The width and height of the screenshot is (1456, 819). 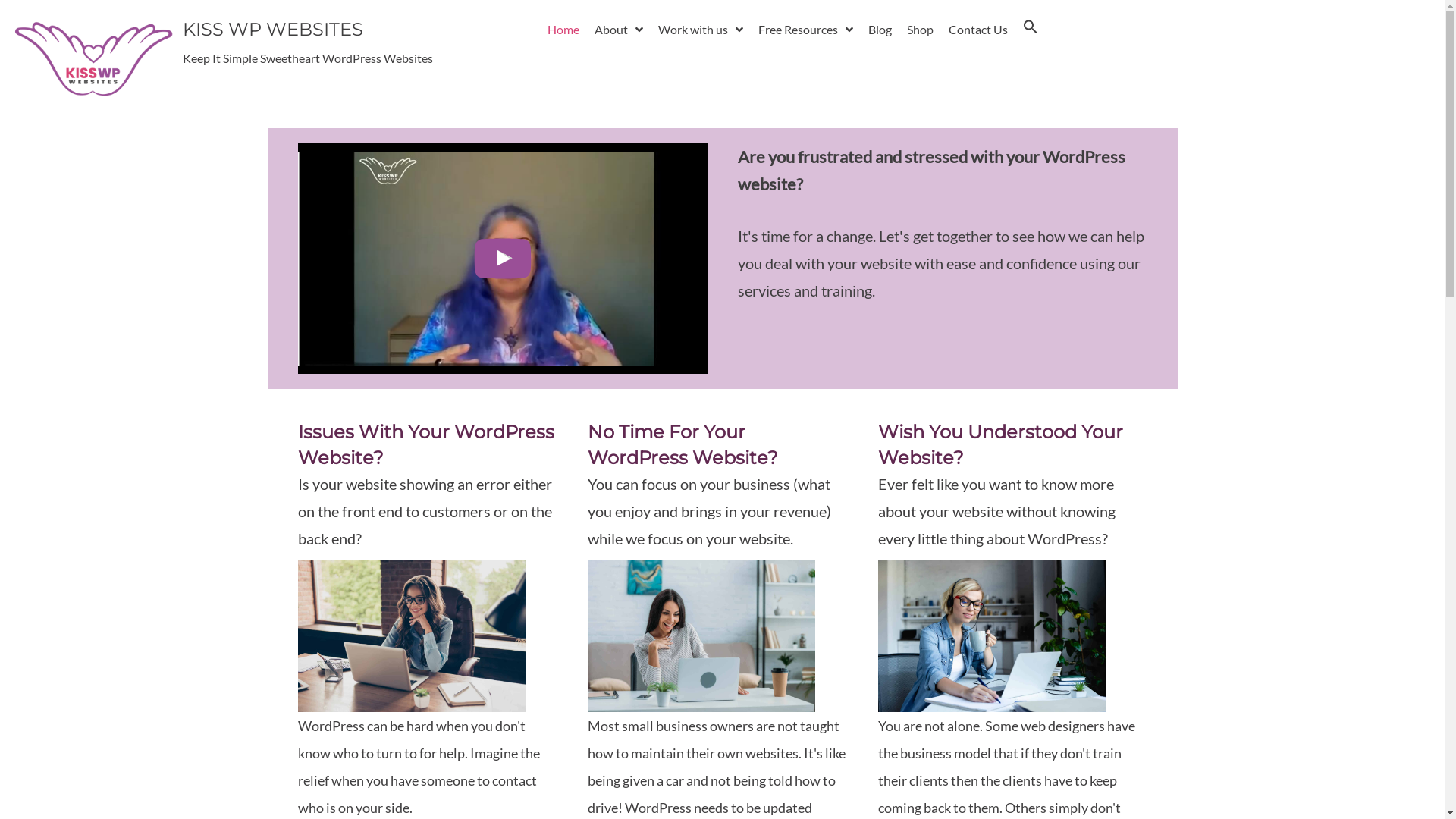 I want to click on 'Shop', so click(x=919, y=29).